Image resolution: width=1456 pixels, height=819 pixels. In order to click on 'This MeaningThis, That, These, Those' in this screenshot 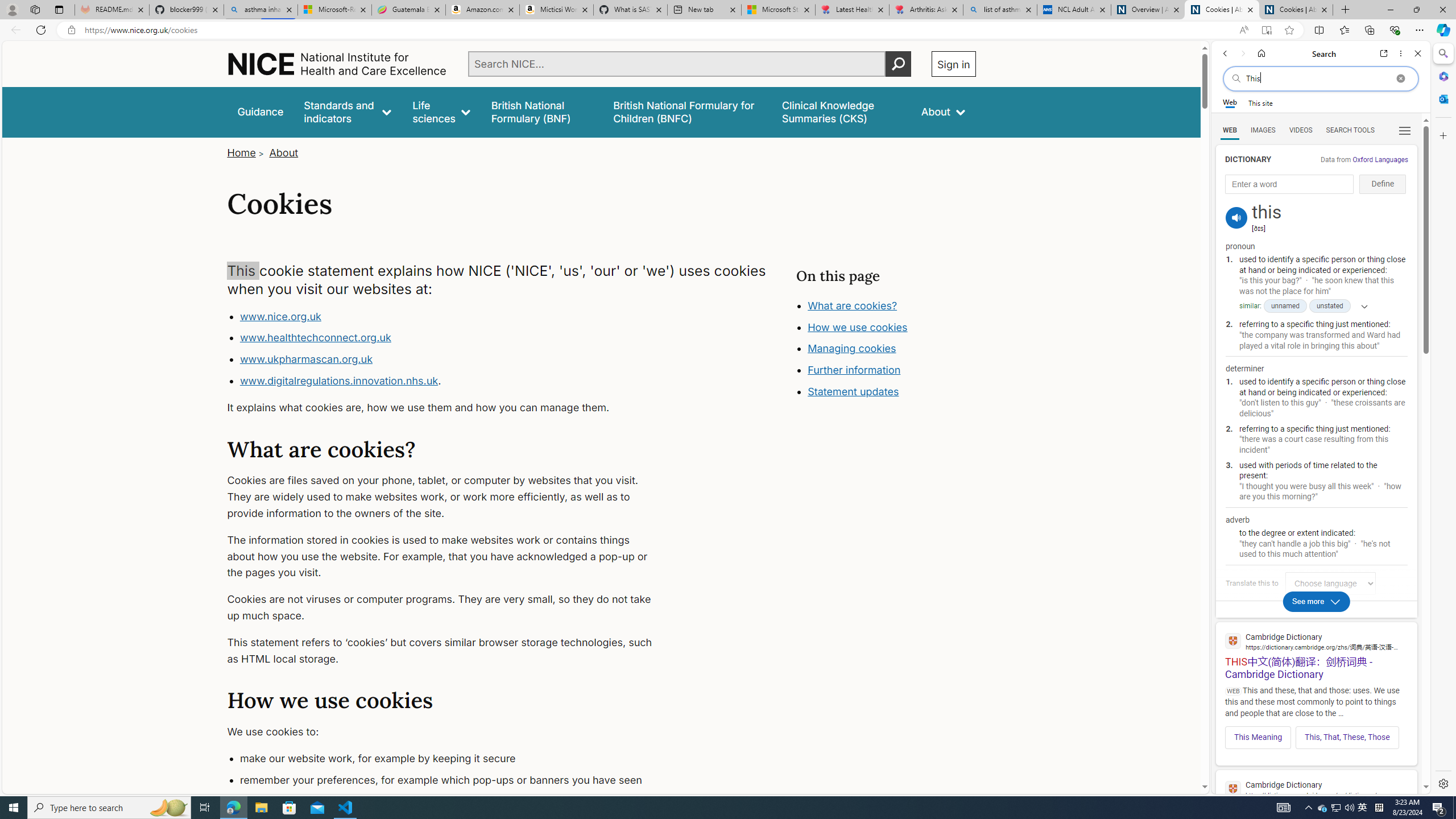, I will do `click(1316, 734)`.